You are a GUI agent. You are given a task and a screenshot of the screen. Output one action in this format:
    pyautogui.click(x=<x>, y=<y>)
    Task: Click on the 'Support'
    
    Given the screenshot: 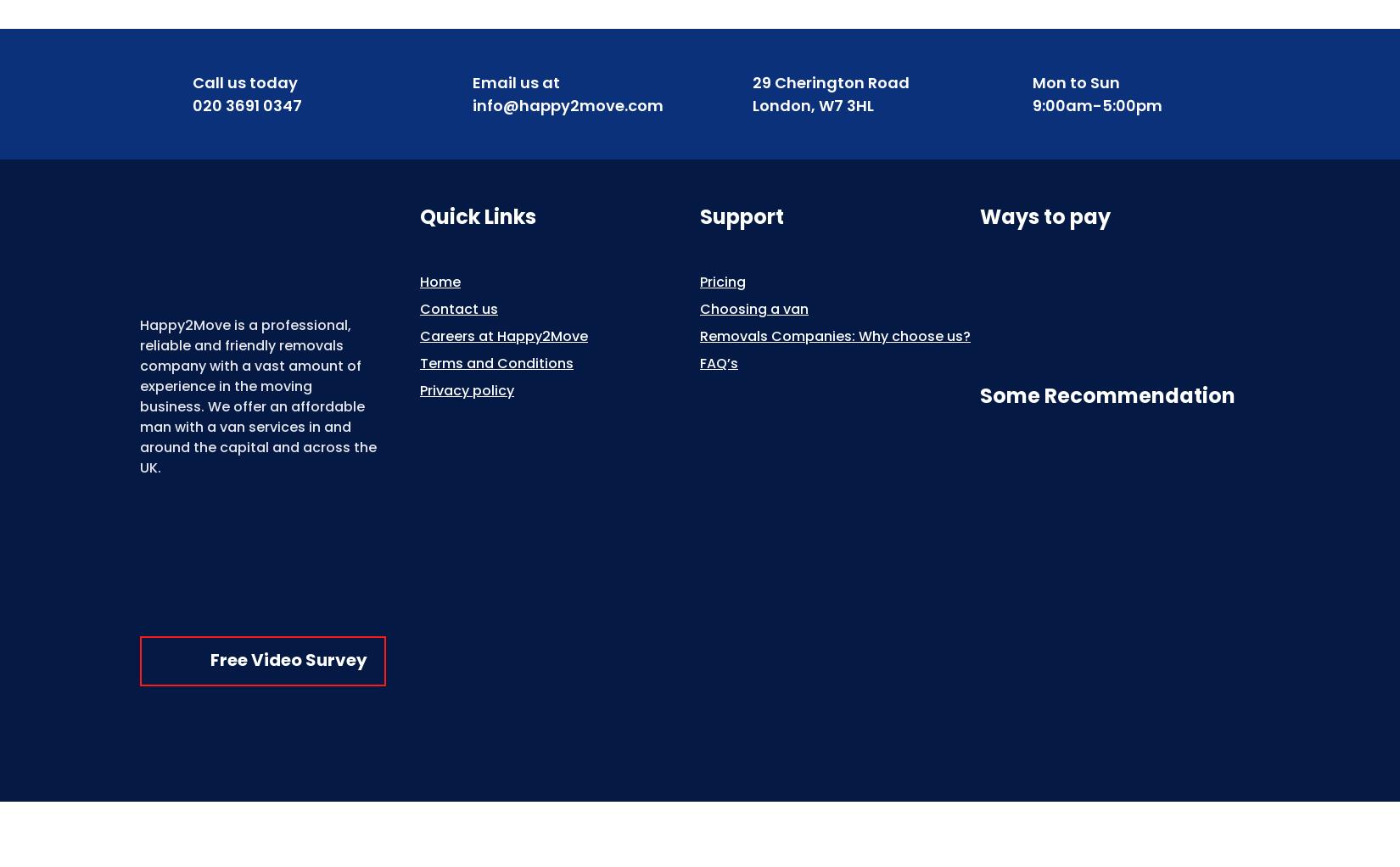 What is the action you would take?
    pyautogui.click(x=742, y=215)
    